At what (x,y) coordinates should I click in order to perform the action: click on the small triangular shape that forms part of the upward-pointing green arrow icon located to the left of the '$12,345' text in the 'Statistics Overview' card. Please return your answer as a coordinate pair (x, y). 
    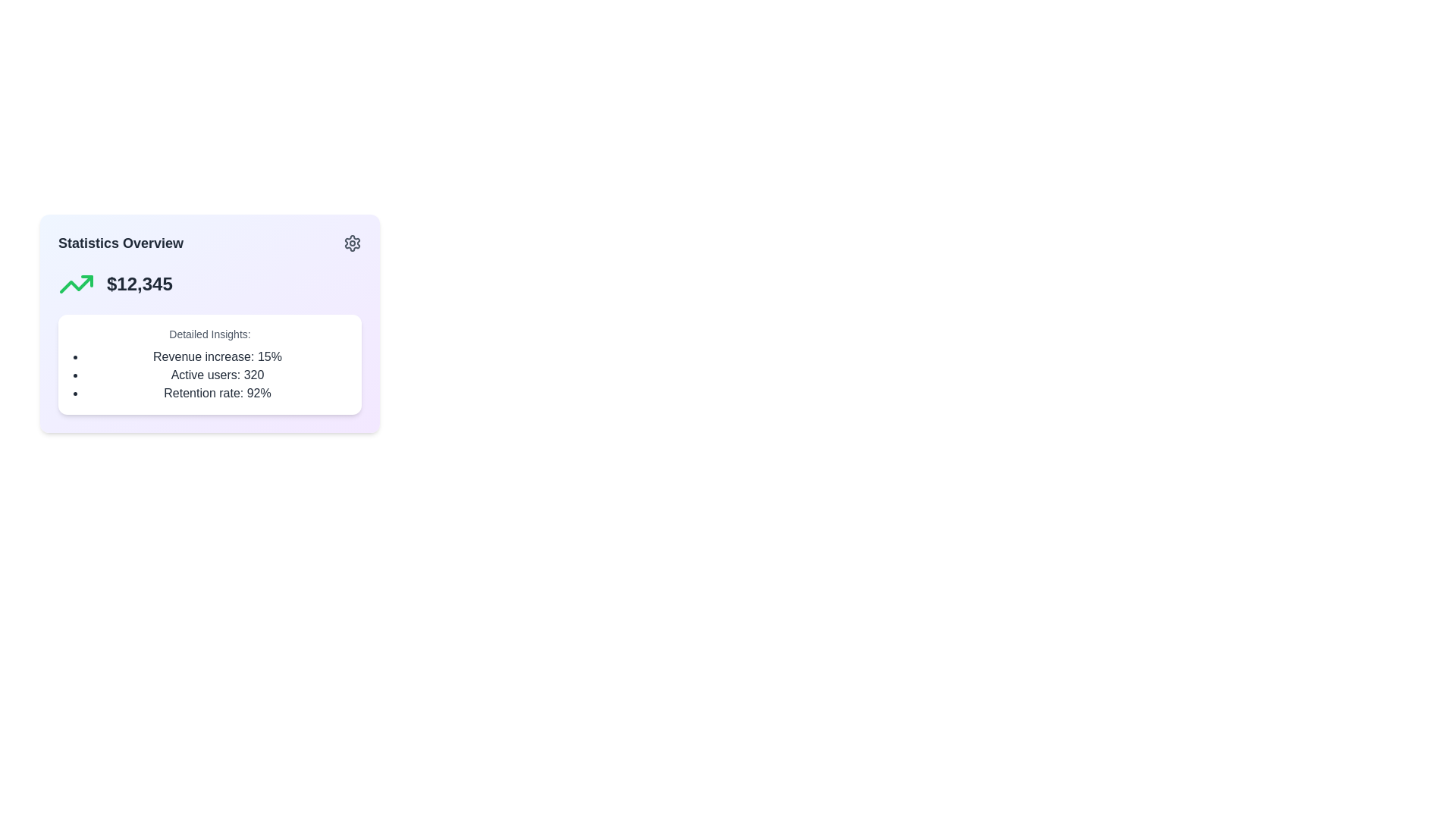
    Looking at the image, I should click on (86, 281).